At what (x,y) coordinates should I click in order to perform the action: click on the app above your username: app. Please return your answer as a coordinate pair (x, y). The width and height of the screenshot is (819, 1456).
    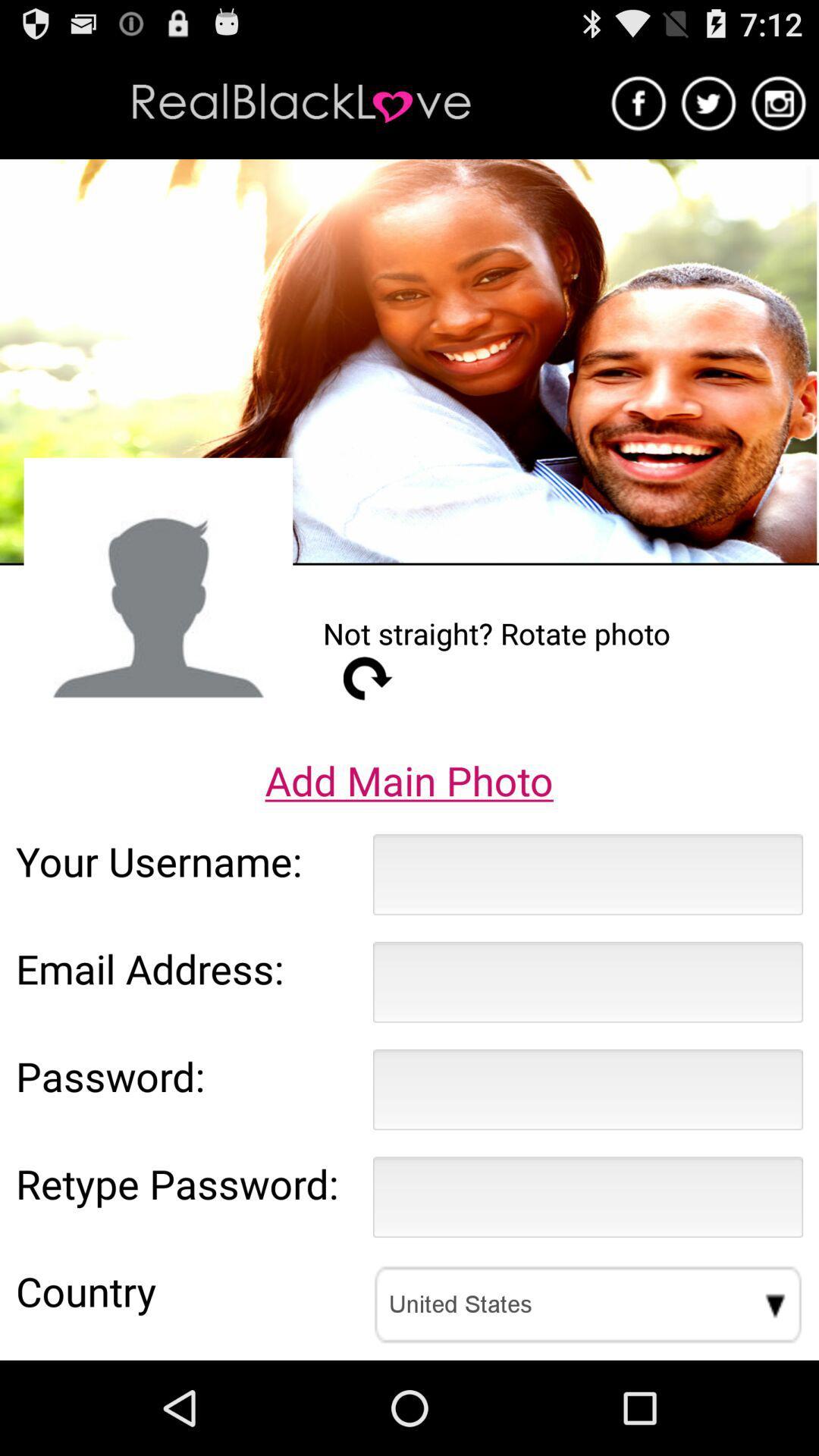
    Looking at the image, I should click on (408, 780).